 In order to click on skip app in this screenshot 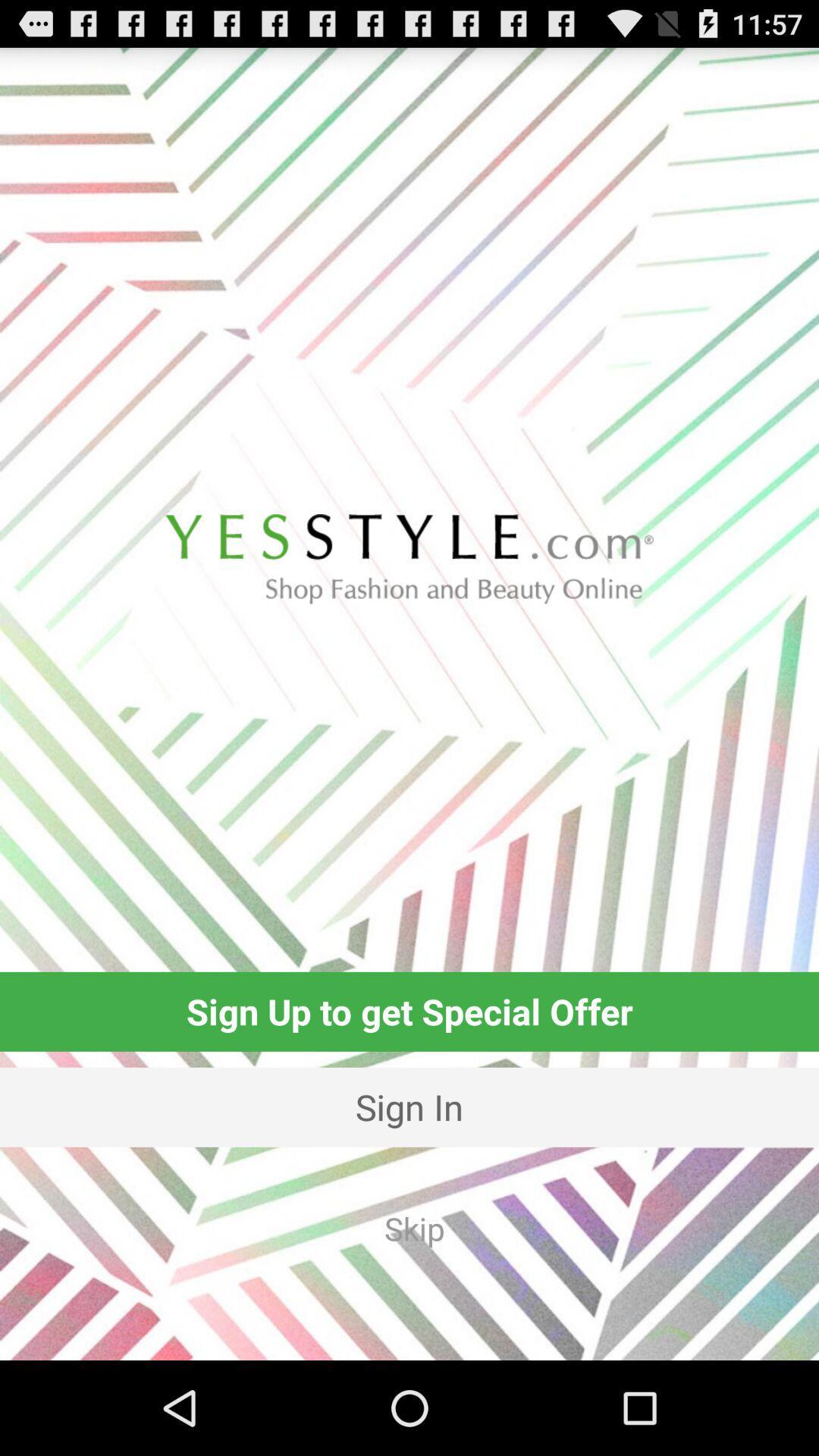, I will do `click(414, 1228)`.